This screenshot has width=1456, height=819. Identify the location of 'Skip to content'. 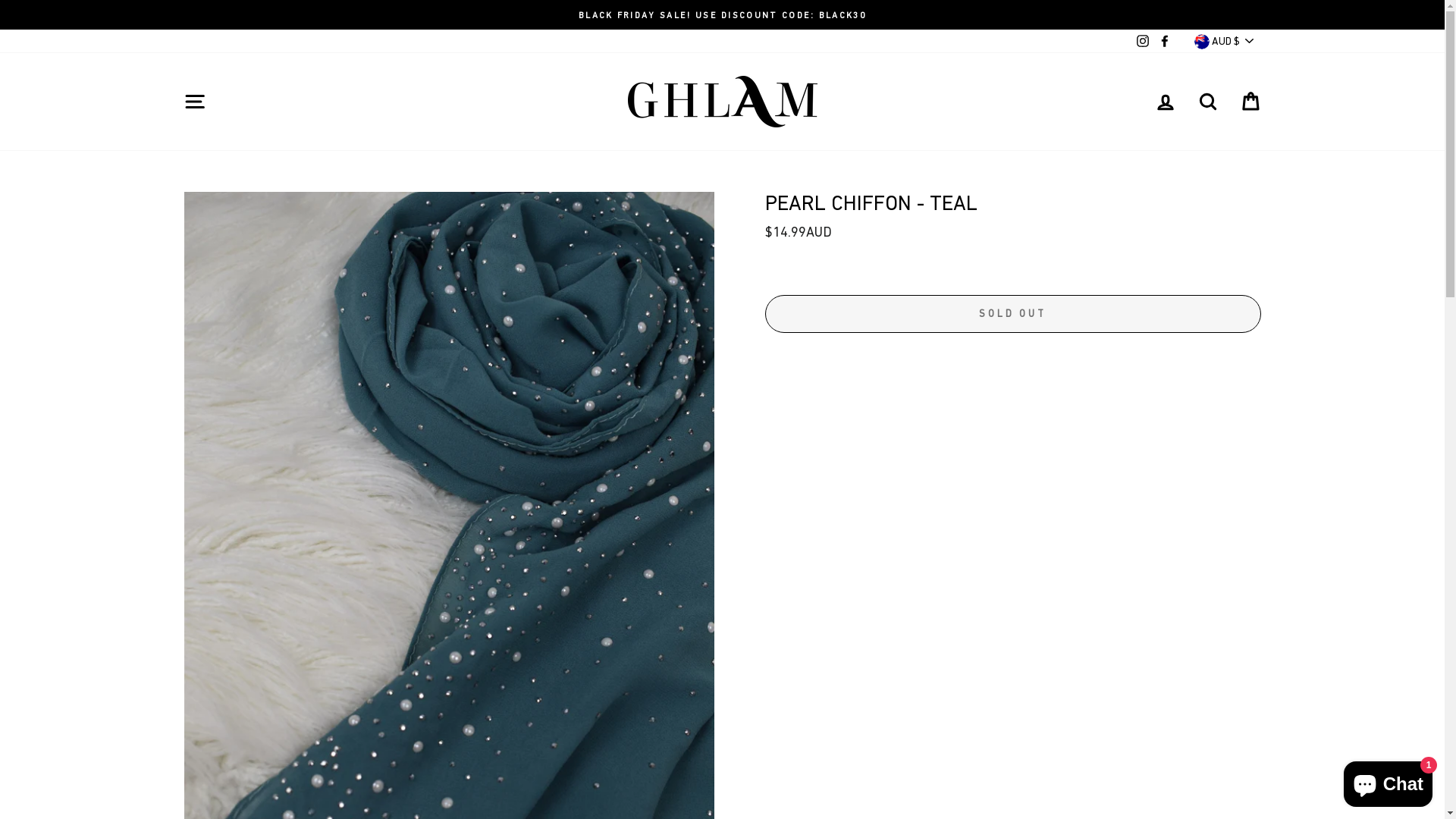
(0, 0).